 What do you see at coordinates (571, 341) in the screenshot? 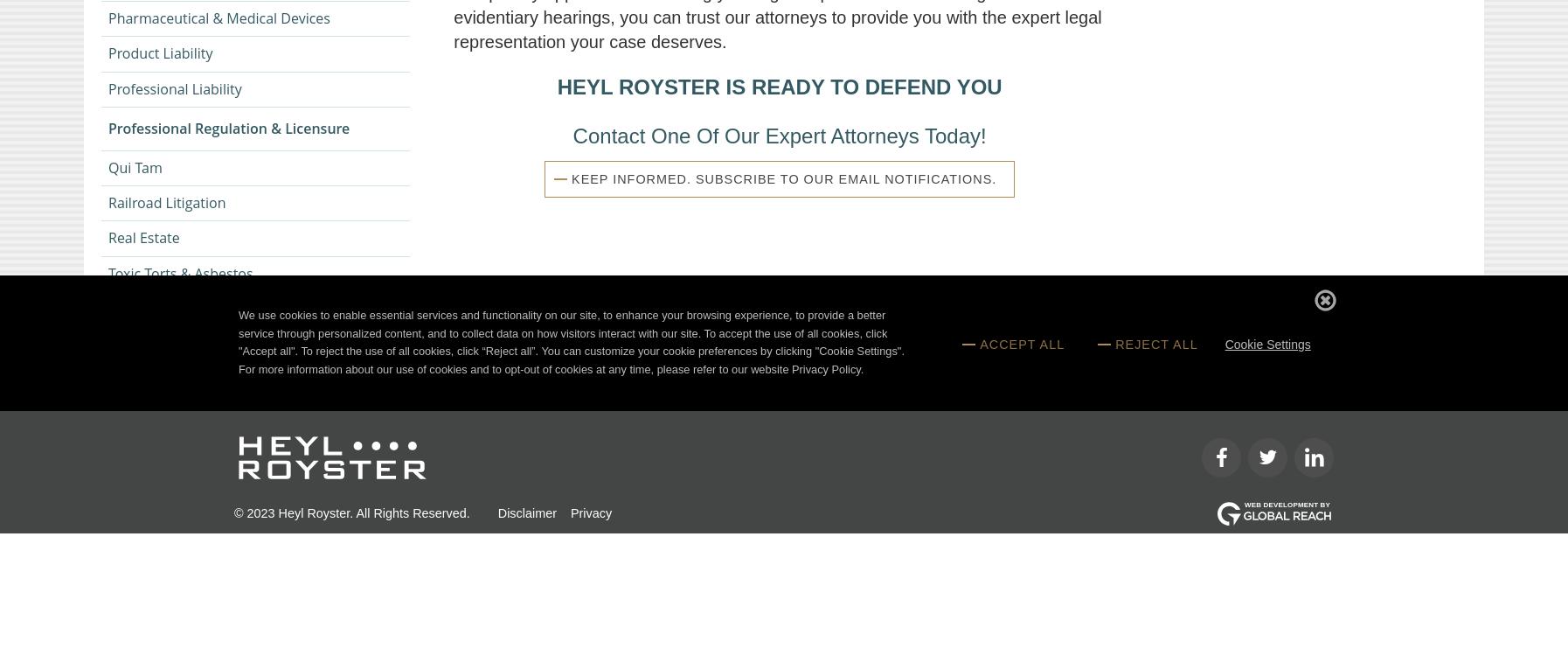
I see `'We use cookies to enable essential services and functionality on our site, to enhance your browsing experience, to provide a better service through personalized content, and to collect data on how visitors interact with our site. To accept the use of all cookies, click "Accept all". To reject the use of all cookies, click “Reject all”. You can customize your cookie preferences by clicking "Cookie Settings". For more information about our use of cookies and to opt-out of cookies at any time, please refer to our website Privacy Policy.'` at bounding box center [571, 341].